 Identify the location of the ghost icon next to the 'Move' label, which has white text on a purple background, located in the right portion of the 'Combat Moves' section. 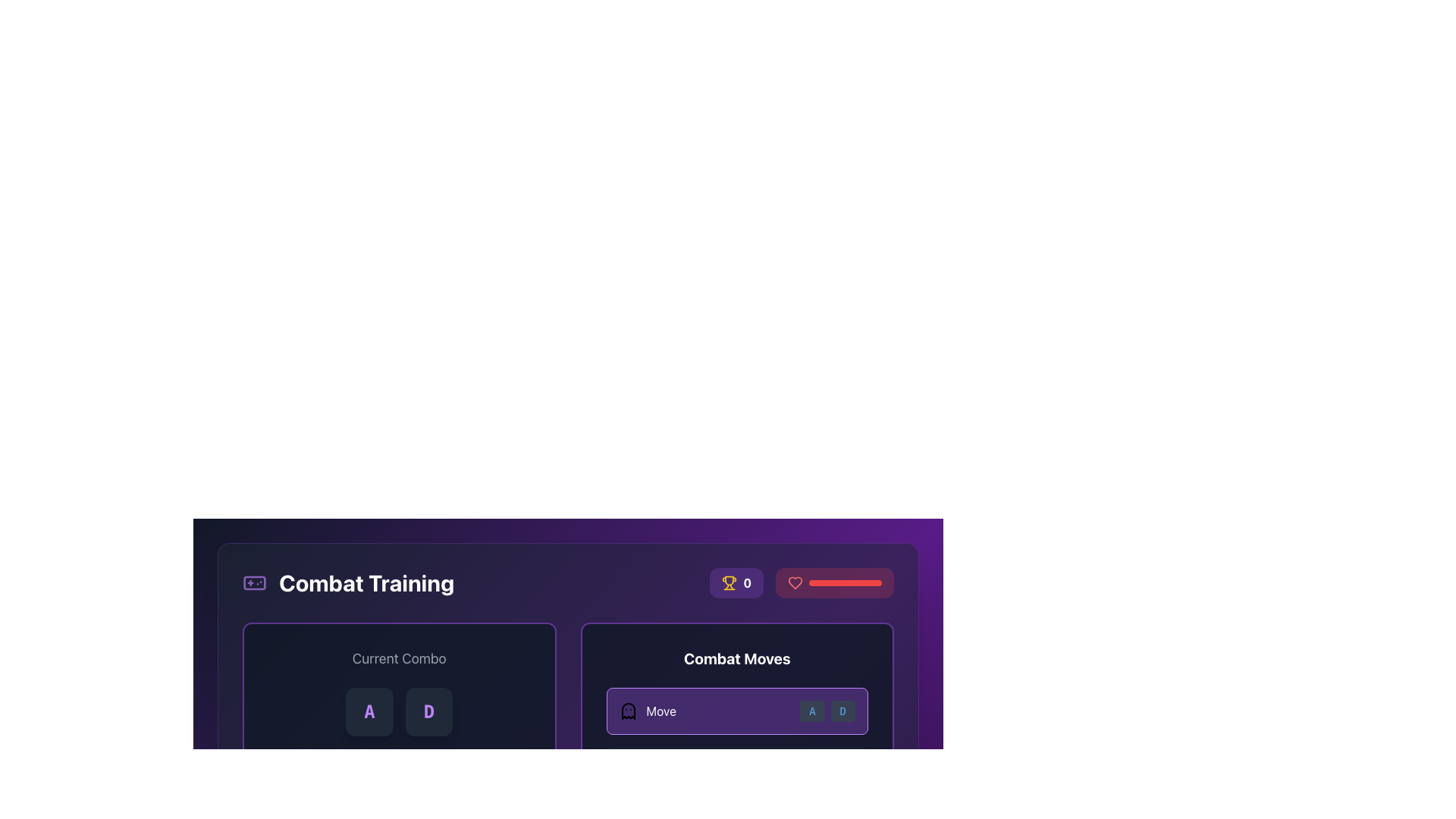
(648, 711).